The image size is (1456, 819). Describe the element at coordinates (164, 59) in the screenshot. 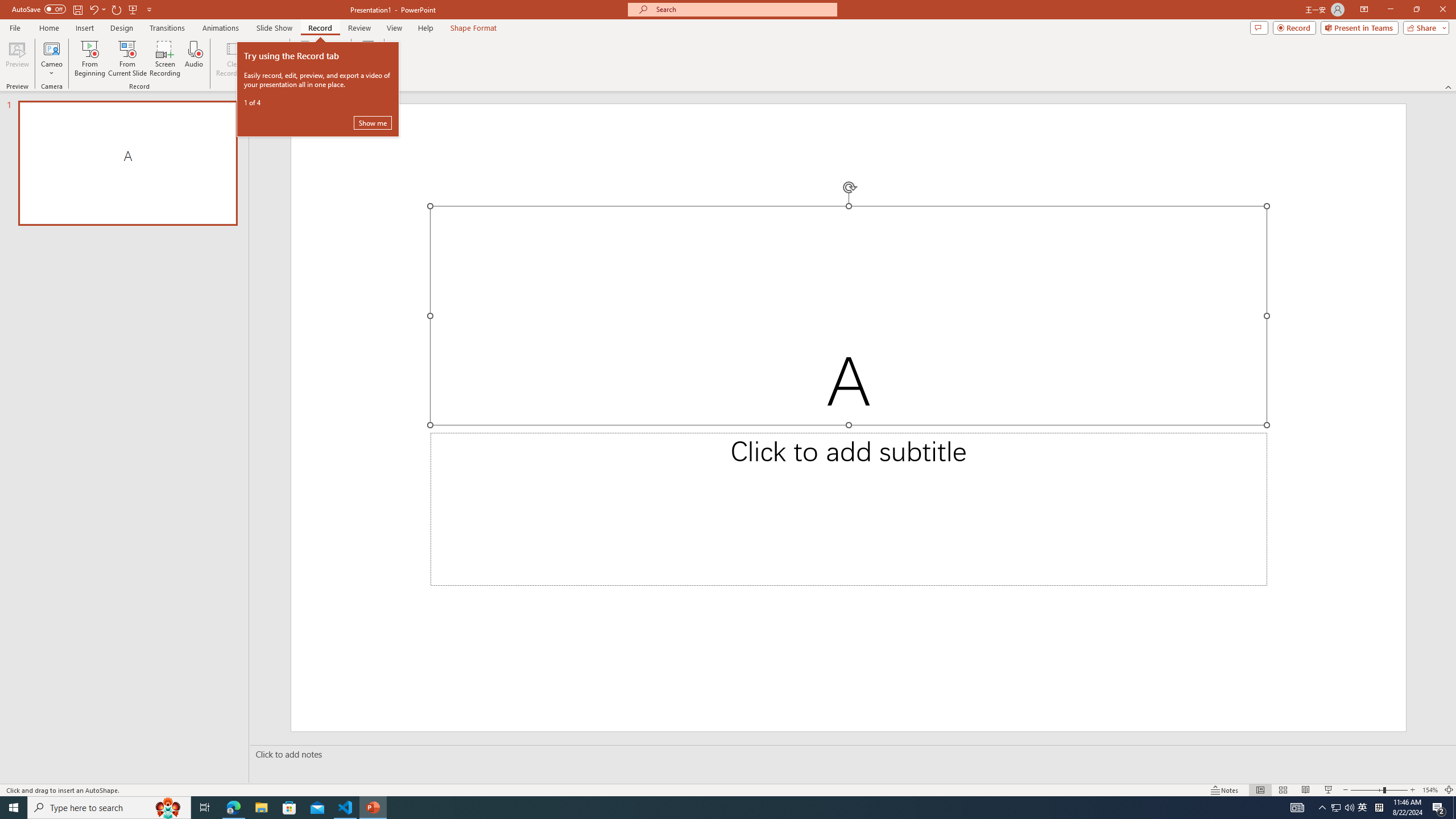

I see `'Screen Recording'` at that location.